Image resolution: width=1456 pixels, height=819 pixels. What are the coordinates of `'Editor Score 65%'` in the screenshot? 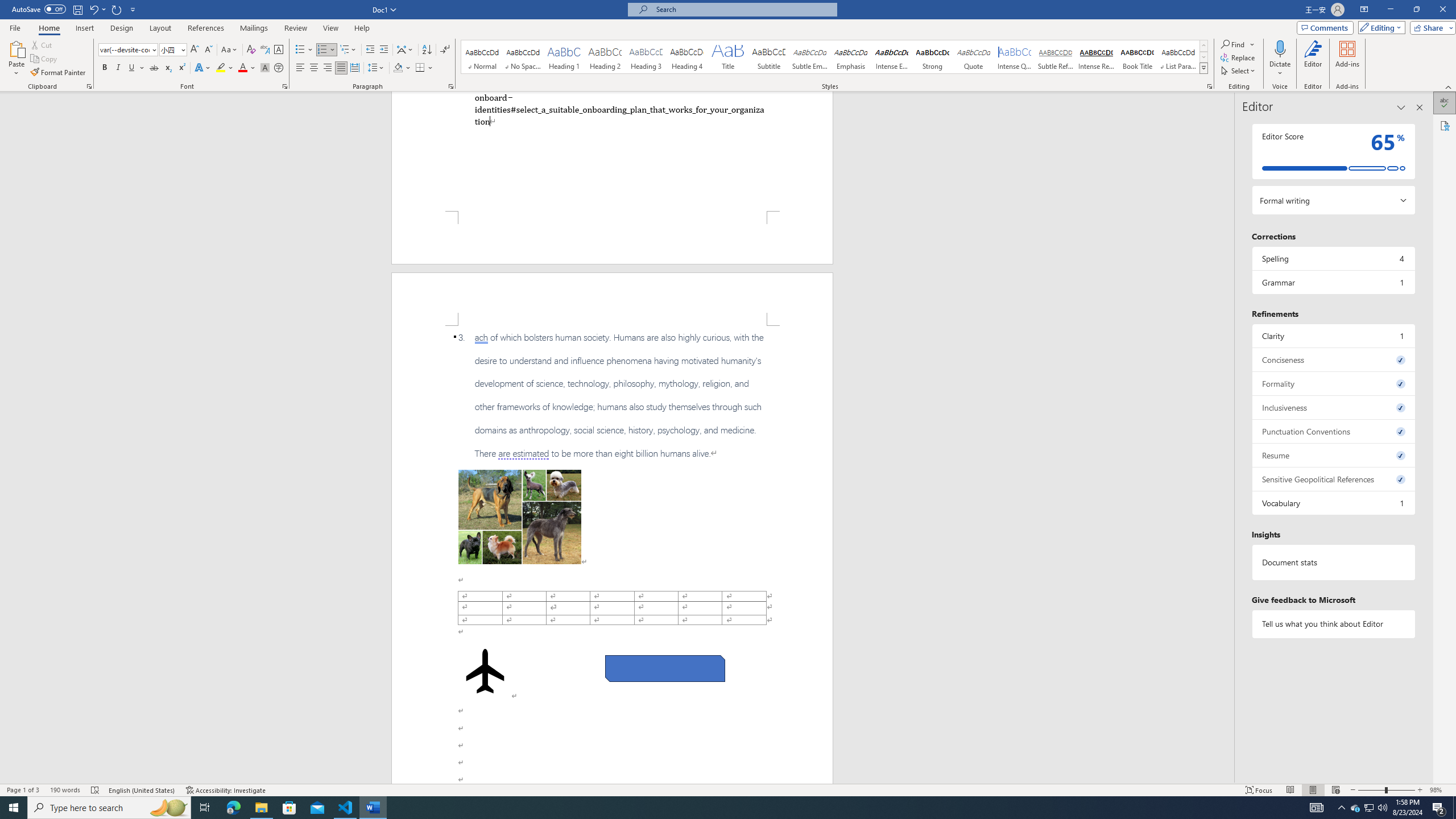 It's located at (1333, 151).